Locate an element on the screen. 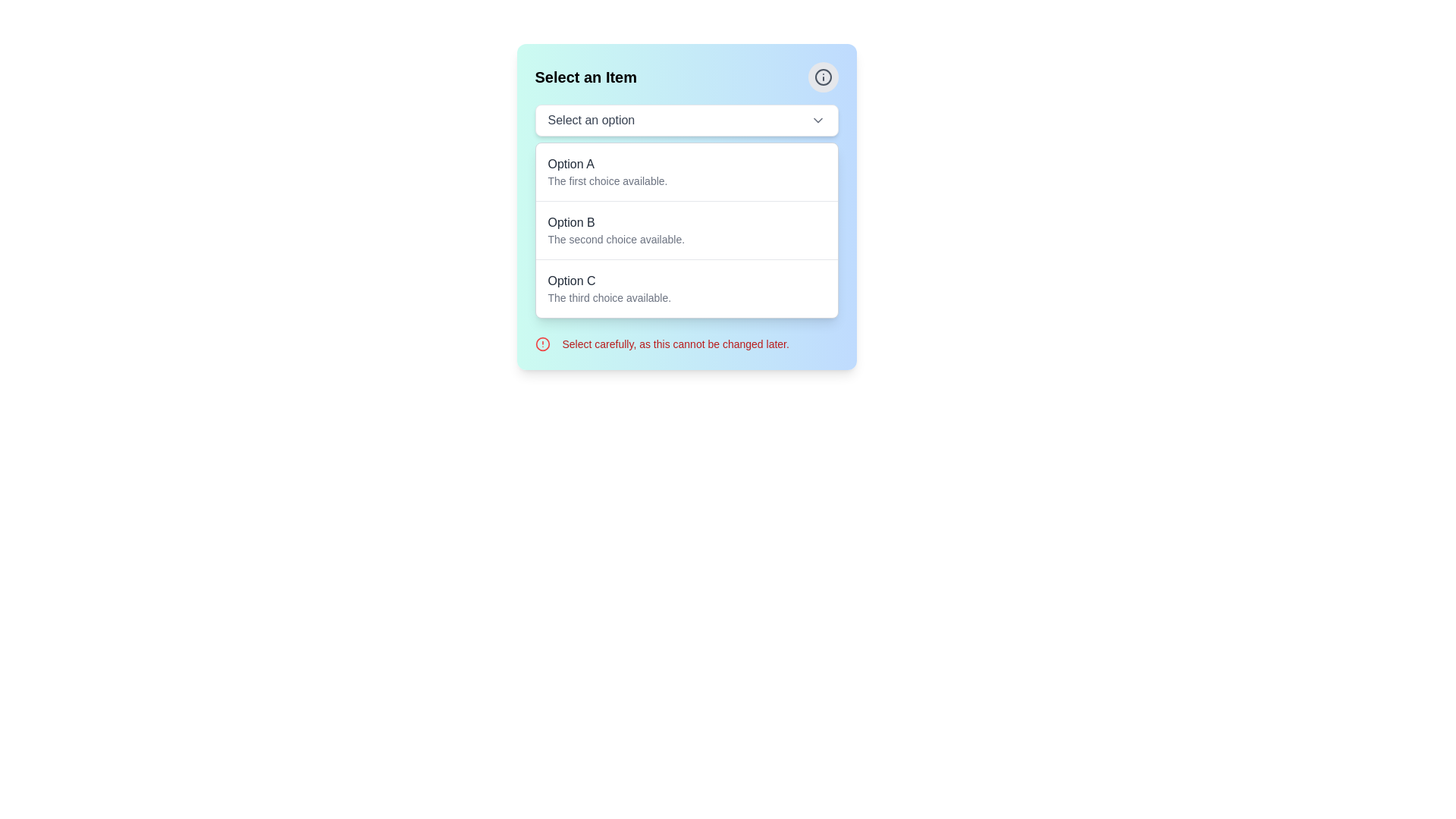  the gray downward-facing chevron icon located to the right of the 'Select an option' text in the dropdown menu is located at coordinates (817, 119).